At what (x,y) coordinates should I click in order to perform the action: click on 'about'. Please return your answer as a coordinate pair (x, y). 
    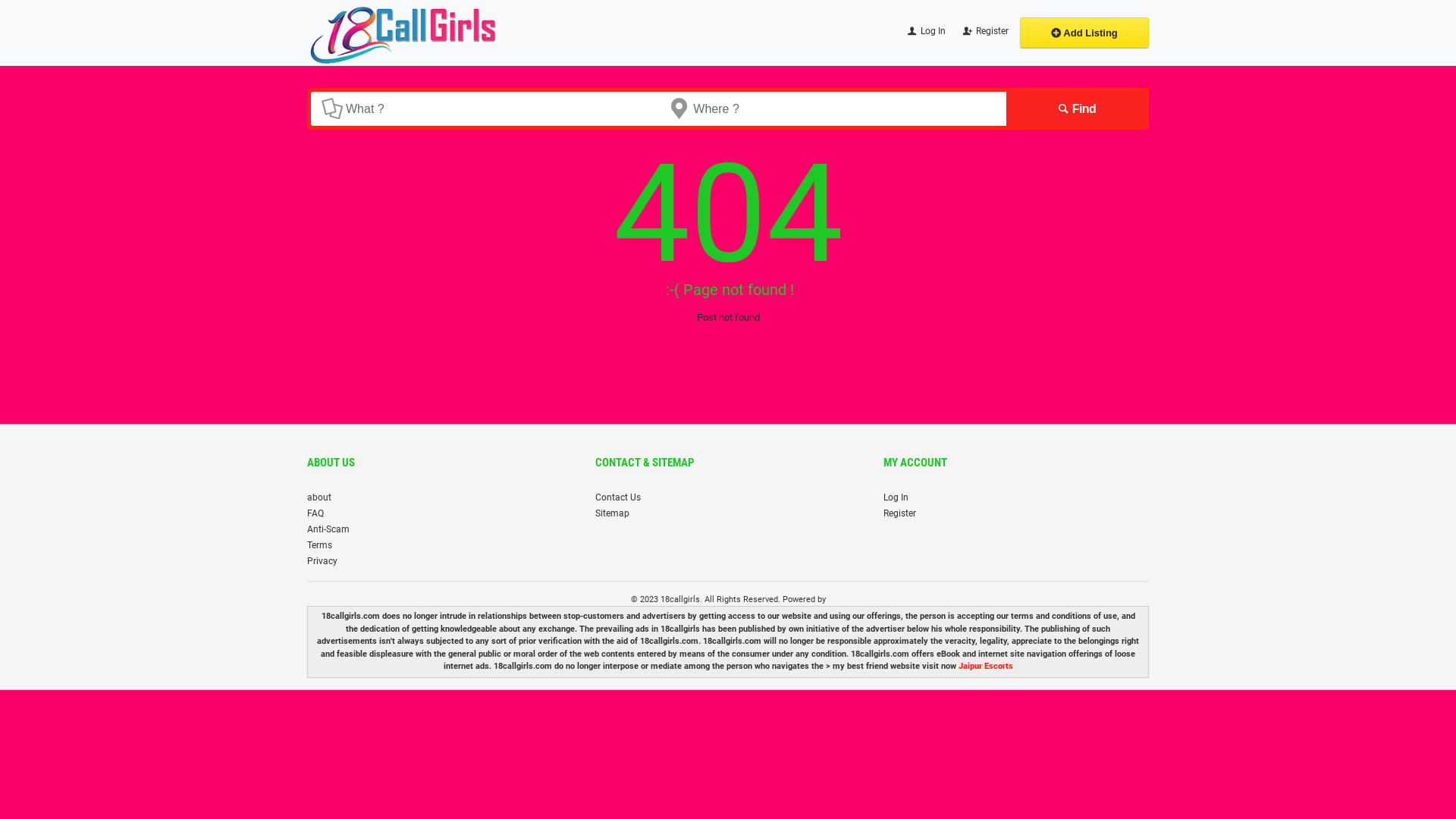
    Looking at the image, I should click on (318, 497).